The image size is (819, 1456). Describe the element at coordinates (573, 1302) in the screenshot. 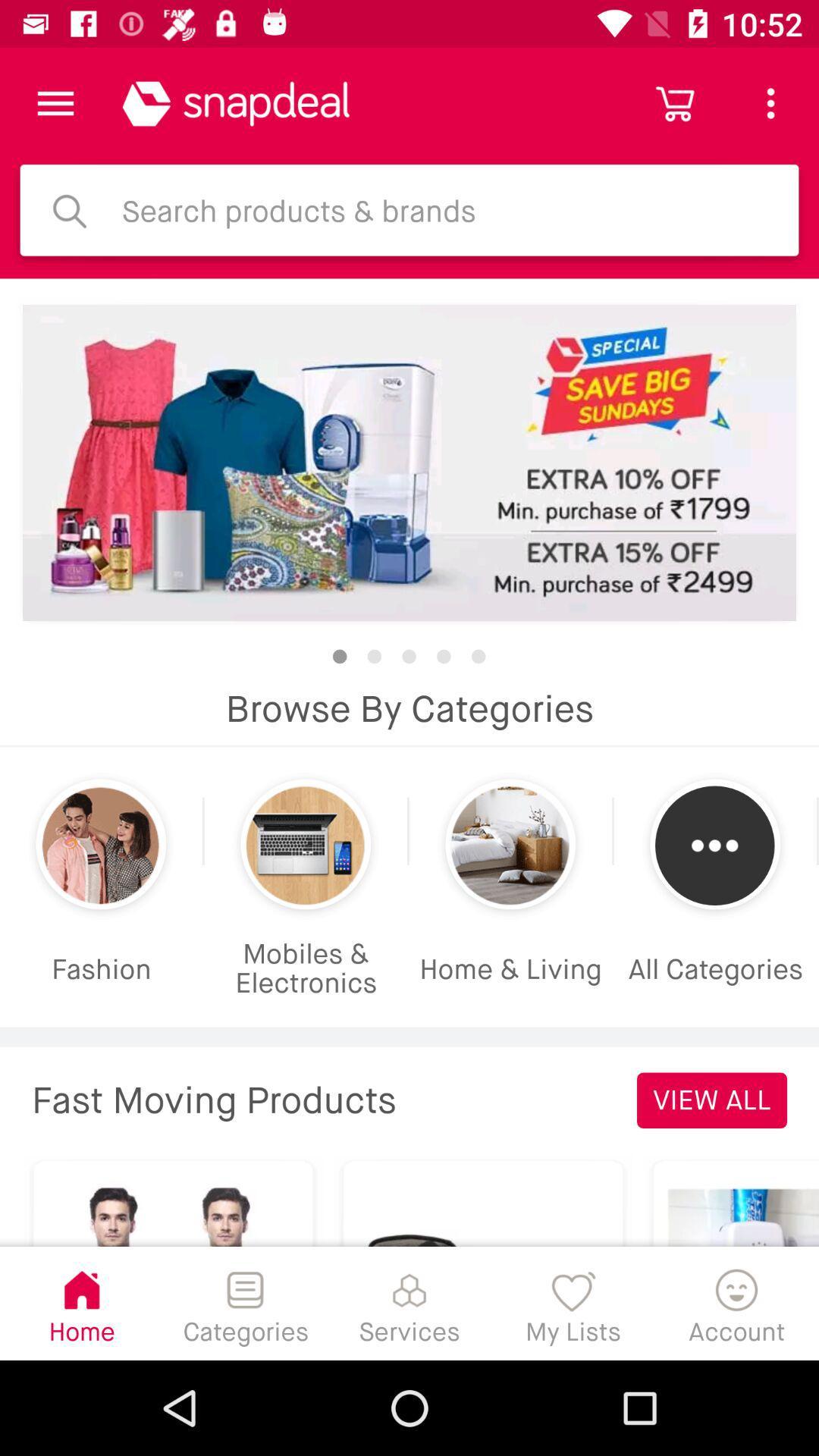

I see `the item next to the account` at that location.